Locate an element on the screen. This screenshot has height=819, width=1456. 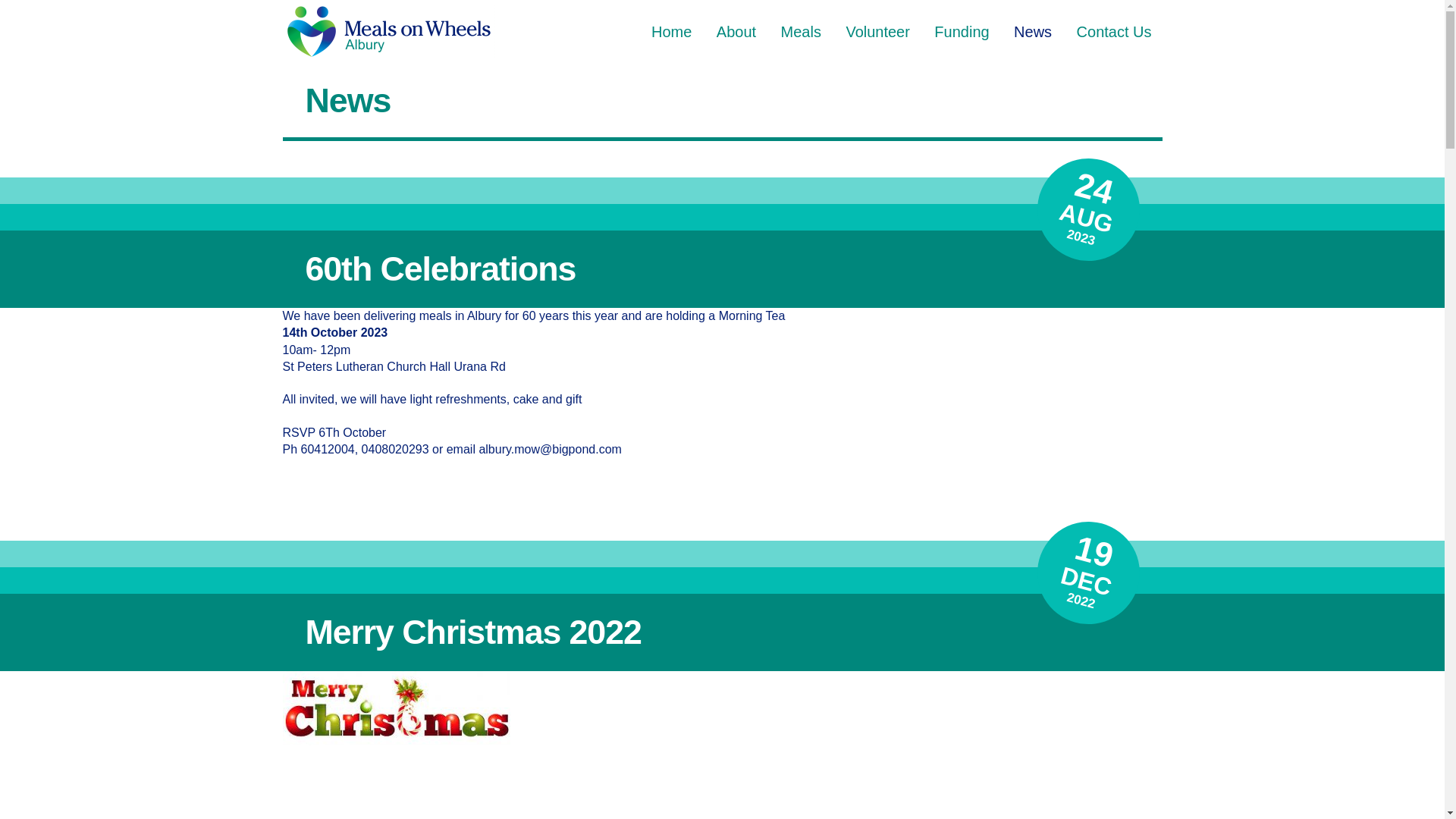
'Volunteer' is located at coordinates (833, 32).